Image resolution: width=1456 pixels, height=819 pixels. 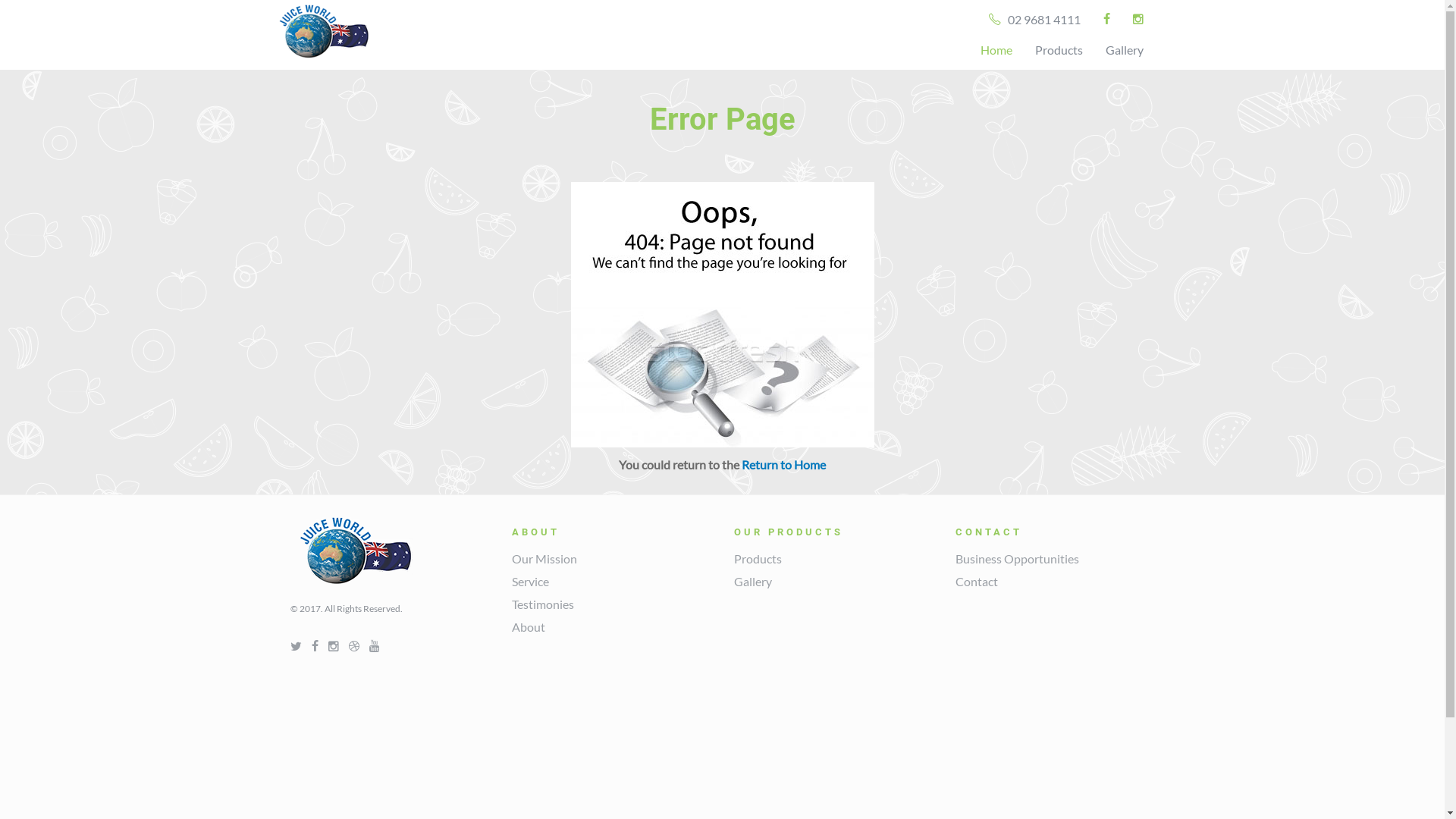 I want to click on 'Service', so click(x=530, y=580).